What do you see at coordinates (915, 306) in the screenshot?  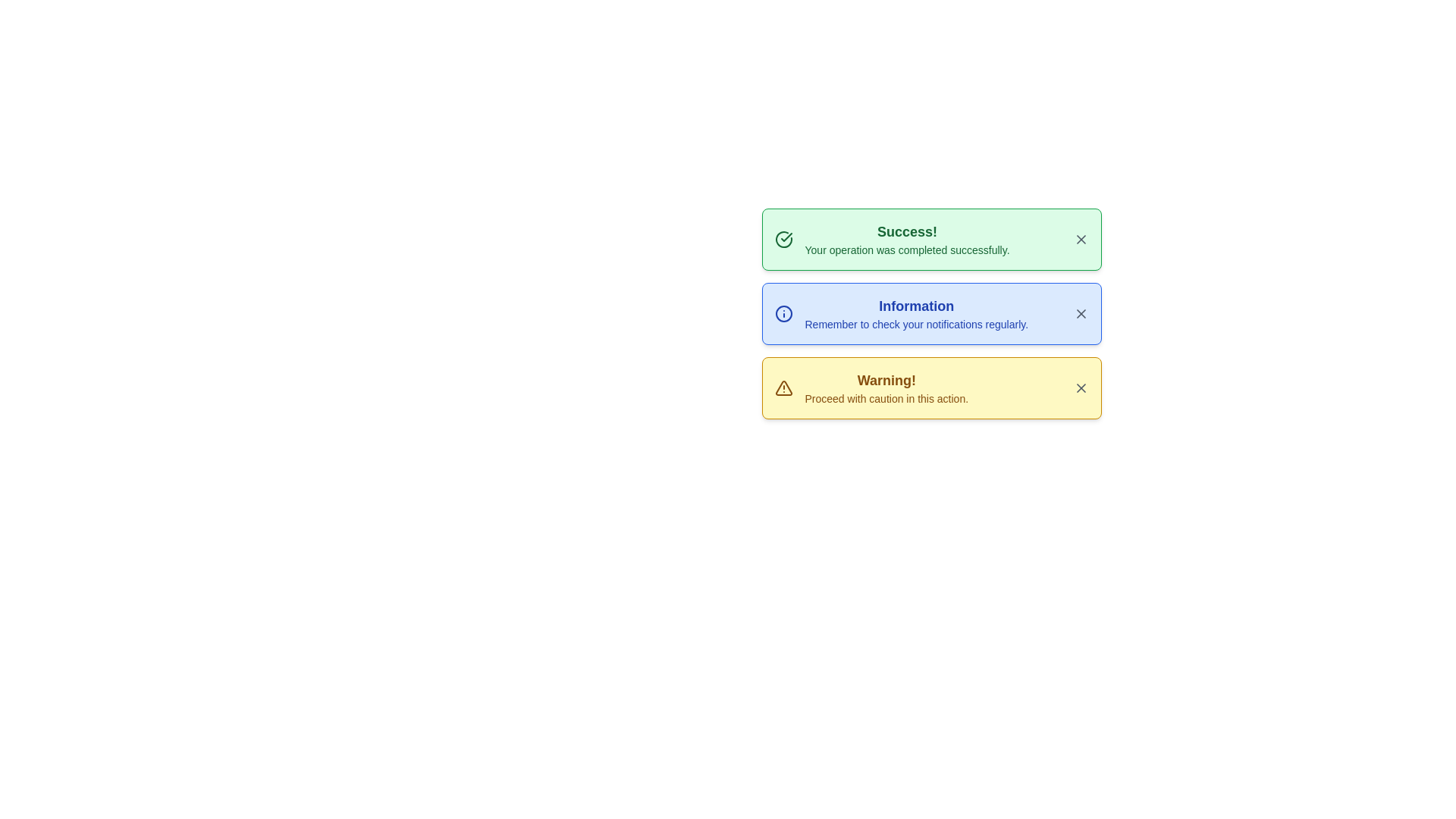 I see `text content of the heading element that serves as a title for the notification box, positioned centrally within the blue notification box` at bounding box center [915, 306].